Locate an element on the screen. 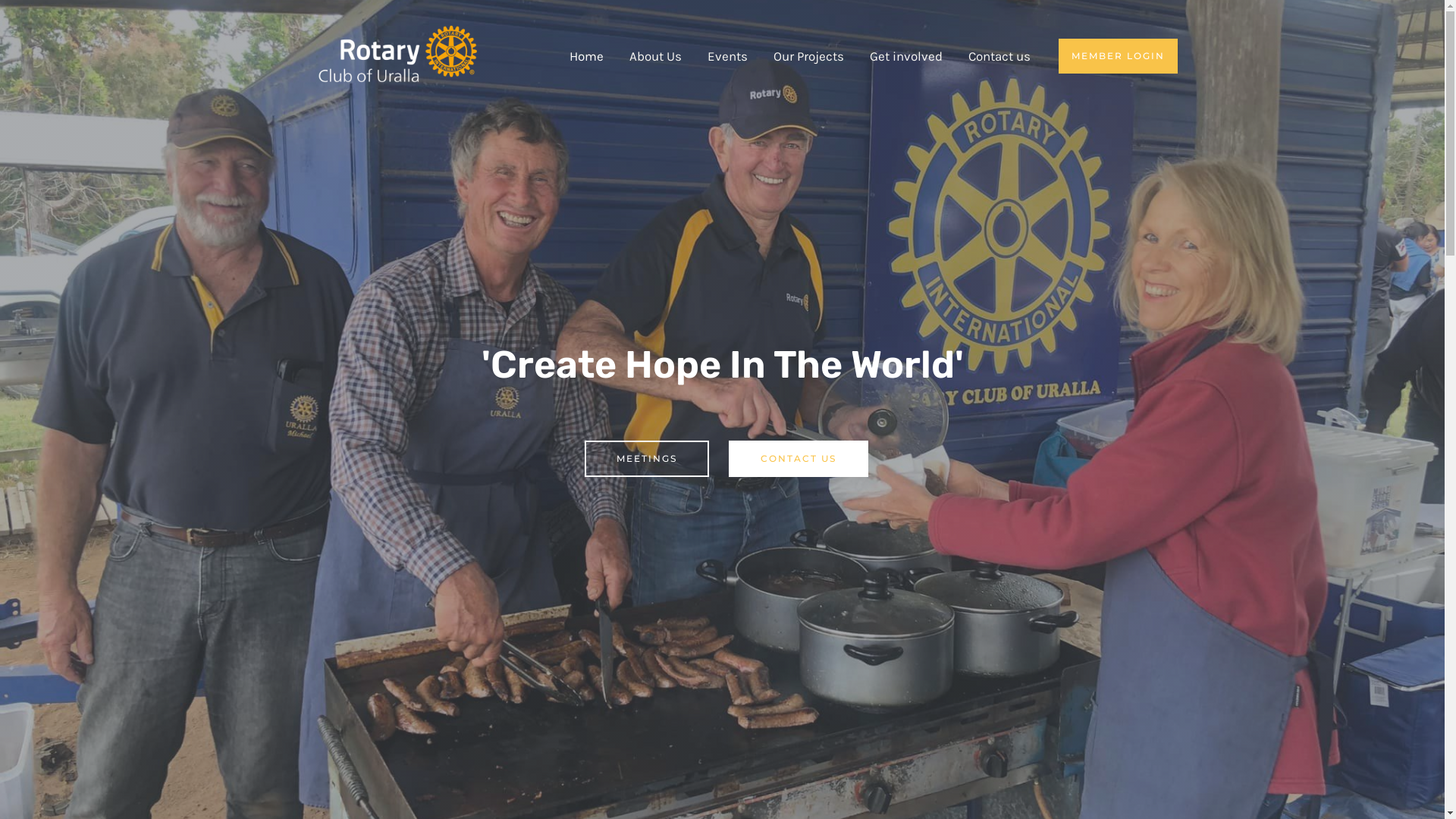  'Our Projects' is located at coordinates (760, 55).